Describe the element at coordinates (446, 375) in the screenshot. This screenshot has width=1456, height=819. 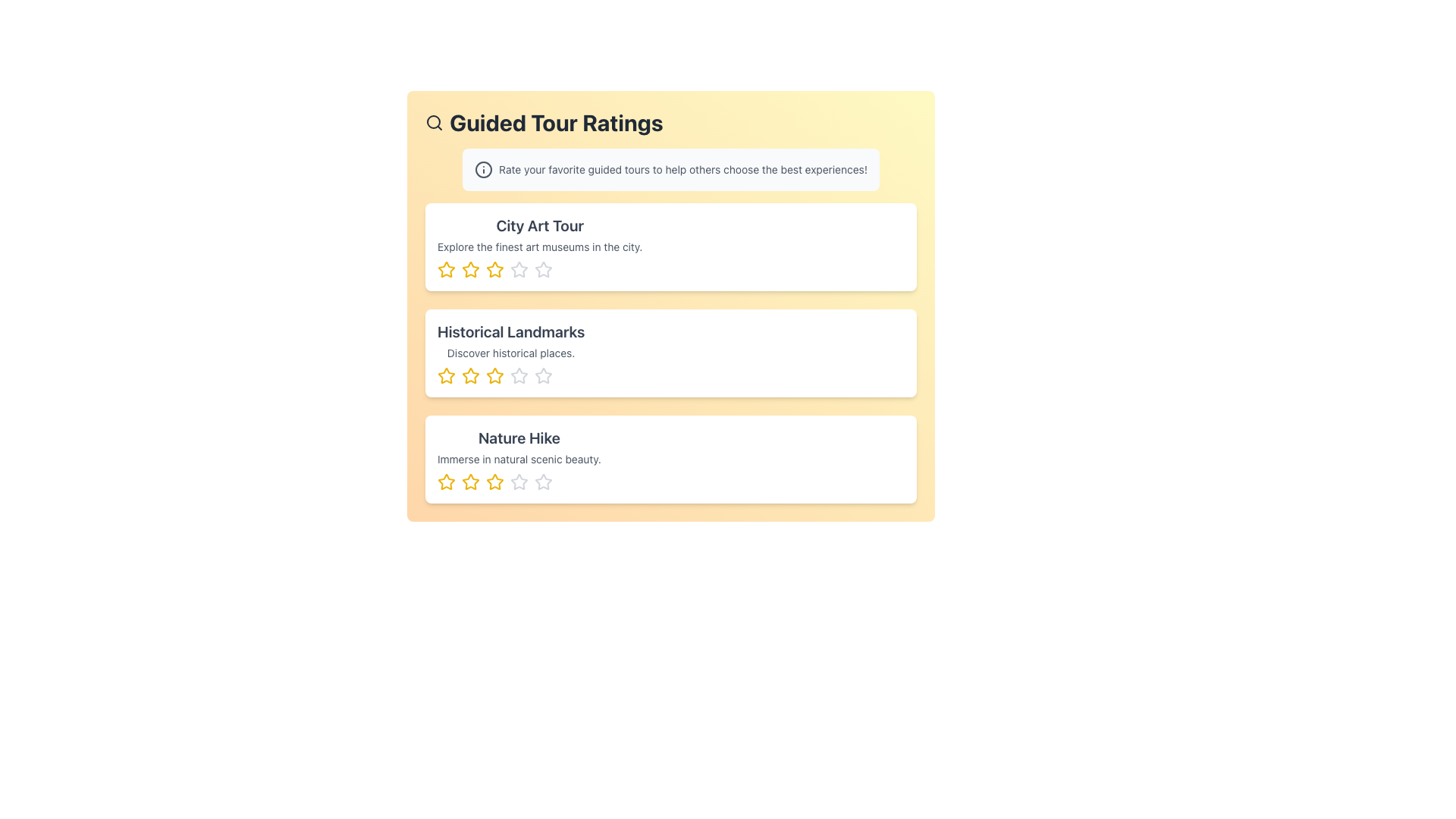
I see `the first star in the second row of the rating stars section under the 'Historical Landmarks' category` at that location.